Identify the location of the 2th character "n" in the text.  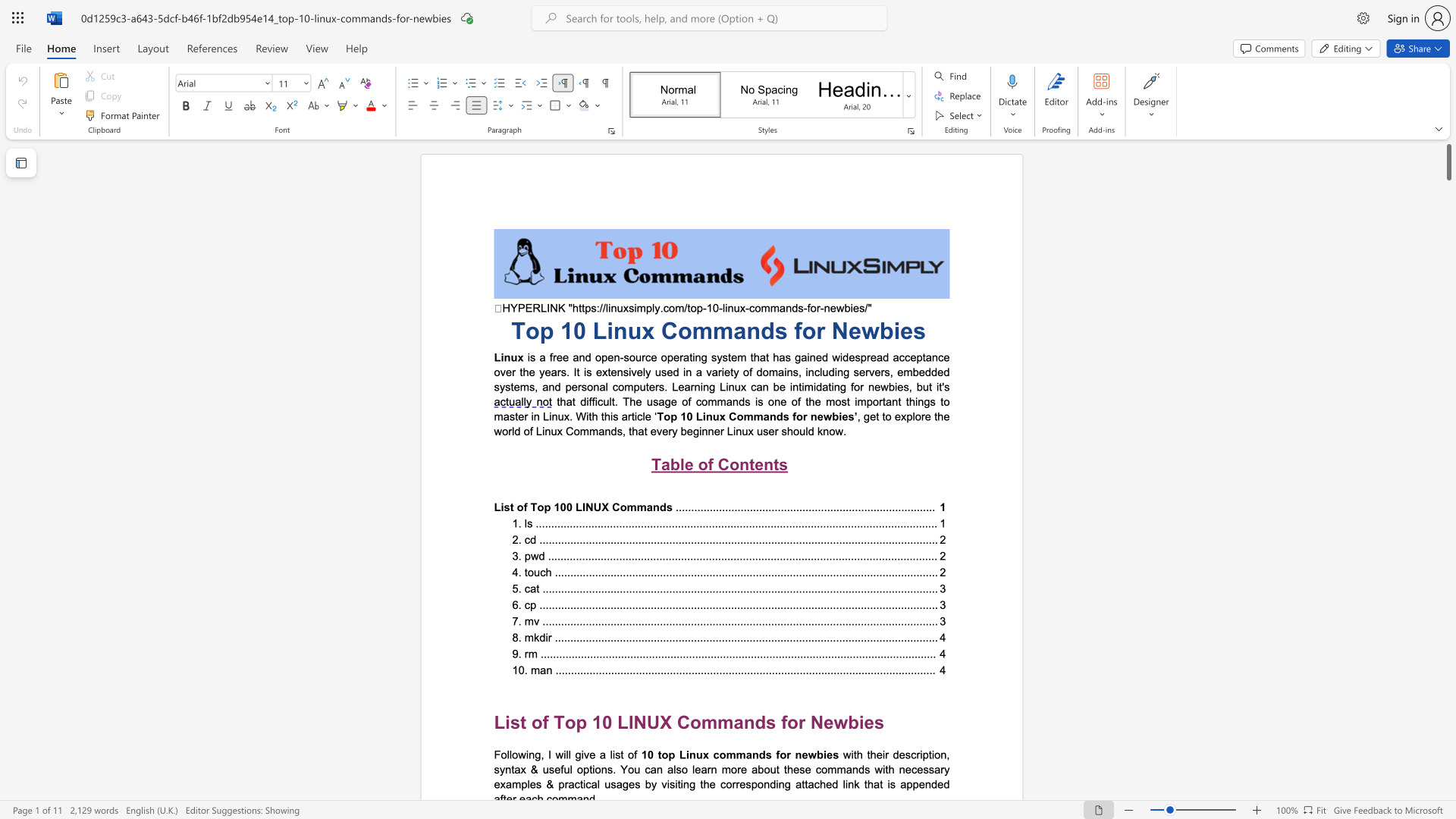
(895, 400).